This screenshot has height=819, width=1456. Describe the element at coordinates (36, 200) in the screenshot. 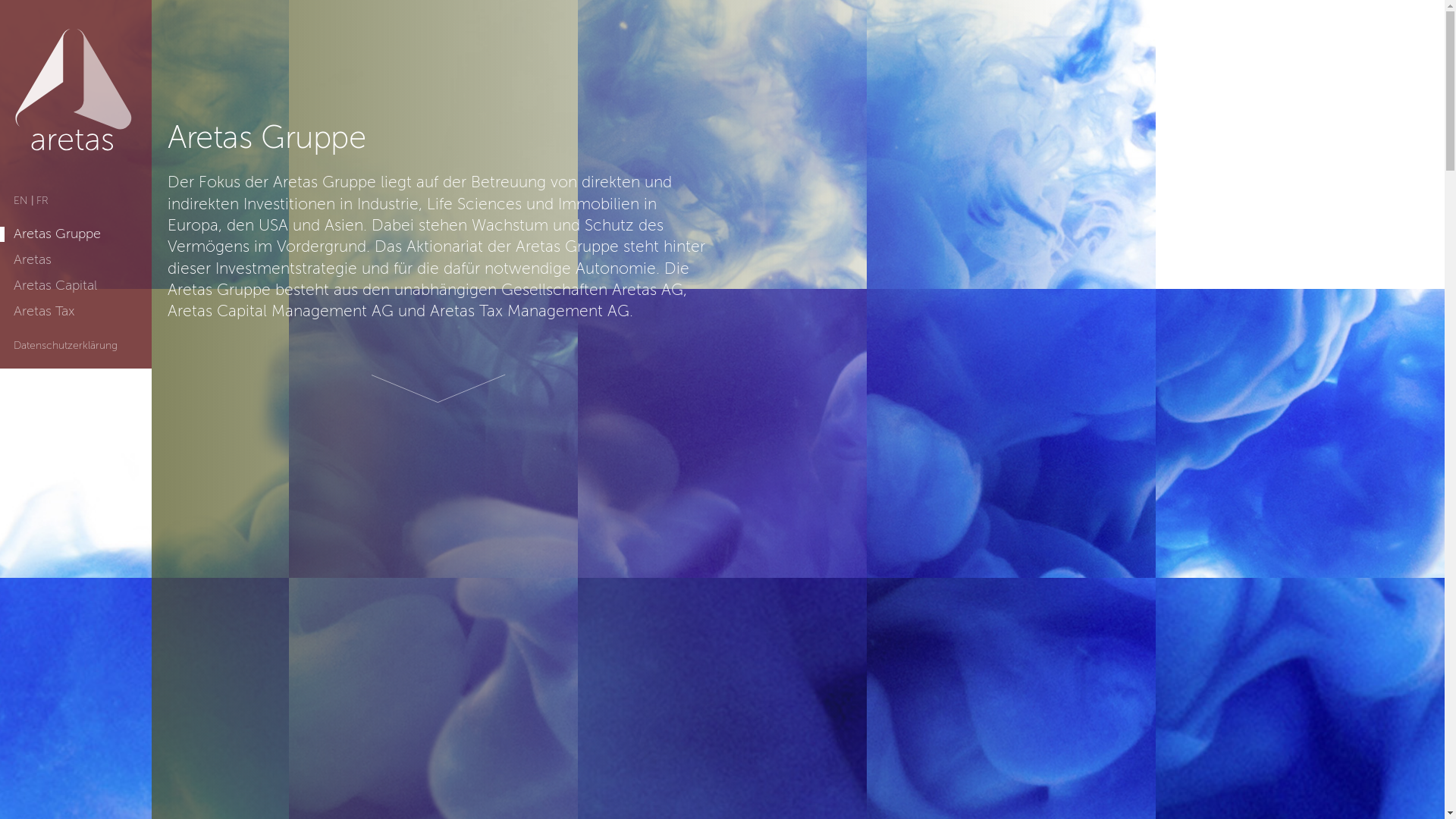

I see `'FR'` at that location.